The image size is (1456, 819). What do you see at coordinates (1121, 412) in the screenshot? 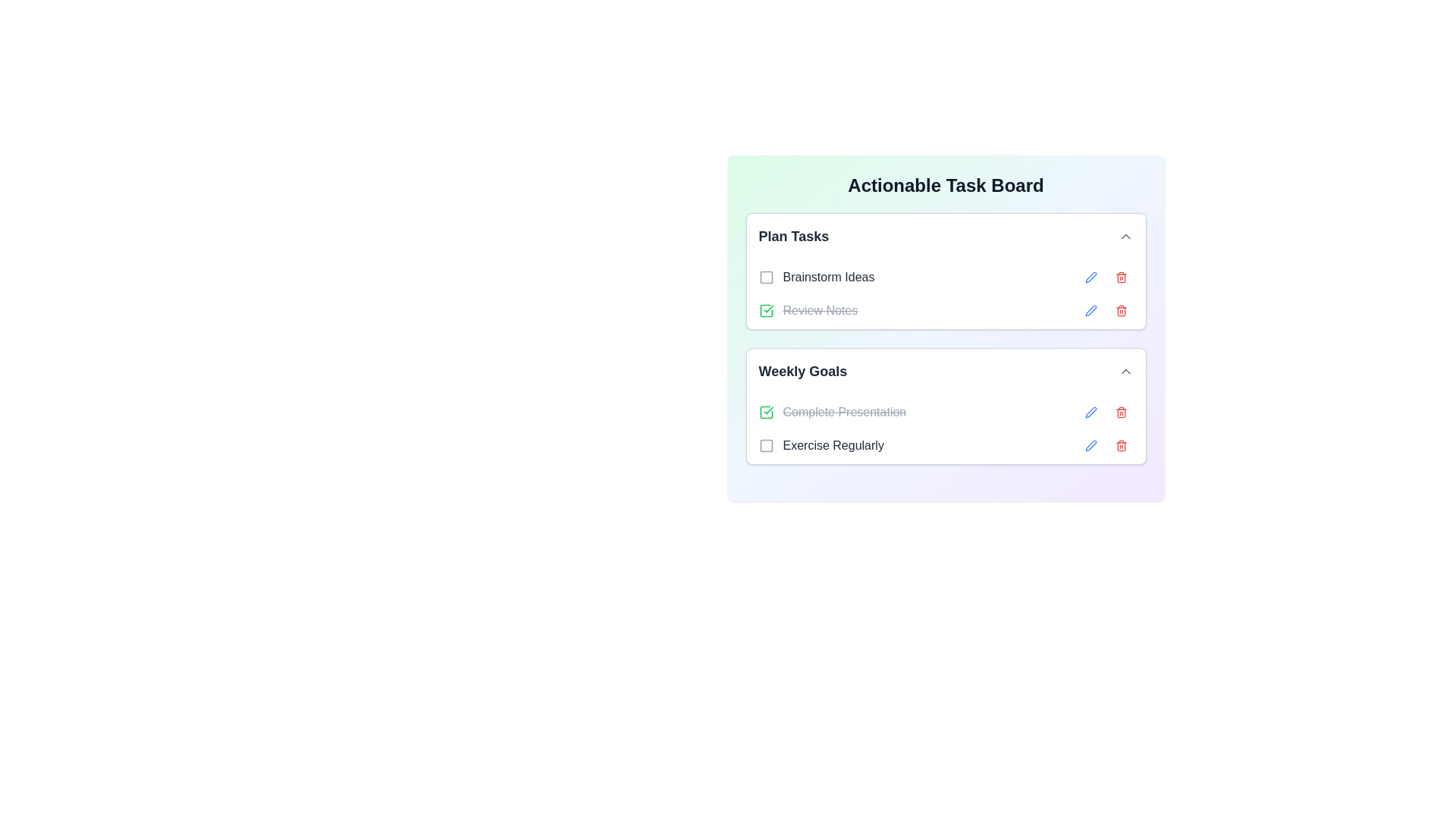
I see `the trash bin icon button located at the far-right side of the 'Weekly Goals' task row` at bounding box center [1121, 412].